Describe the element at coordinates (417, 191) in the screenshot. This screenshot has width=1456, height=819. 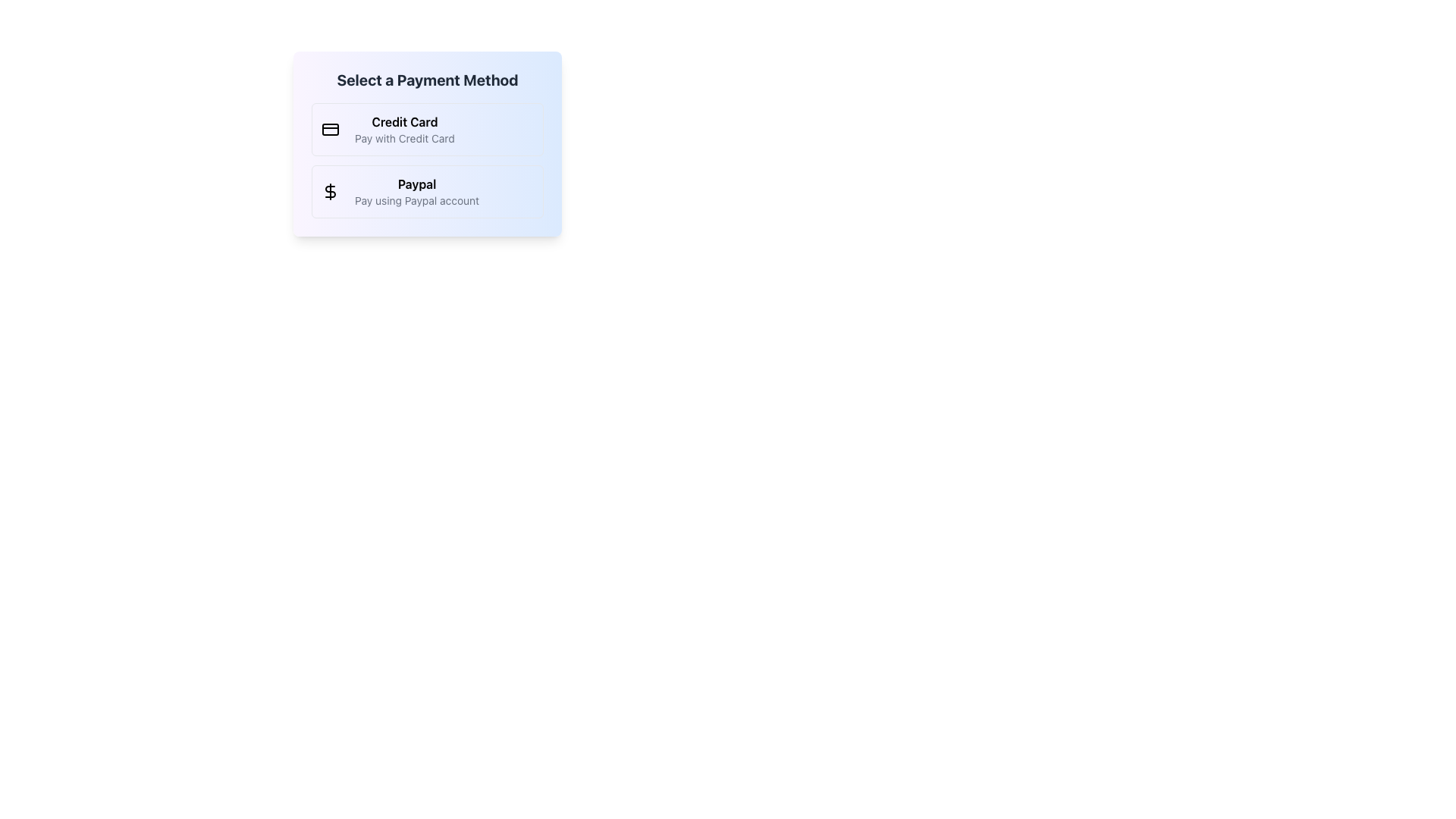
I see `the informative label for the Paypal payment option, which is located in the second item of the payment method selection card, below the 'Credit Card' option` at that location.